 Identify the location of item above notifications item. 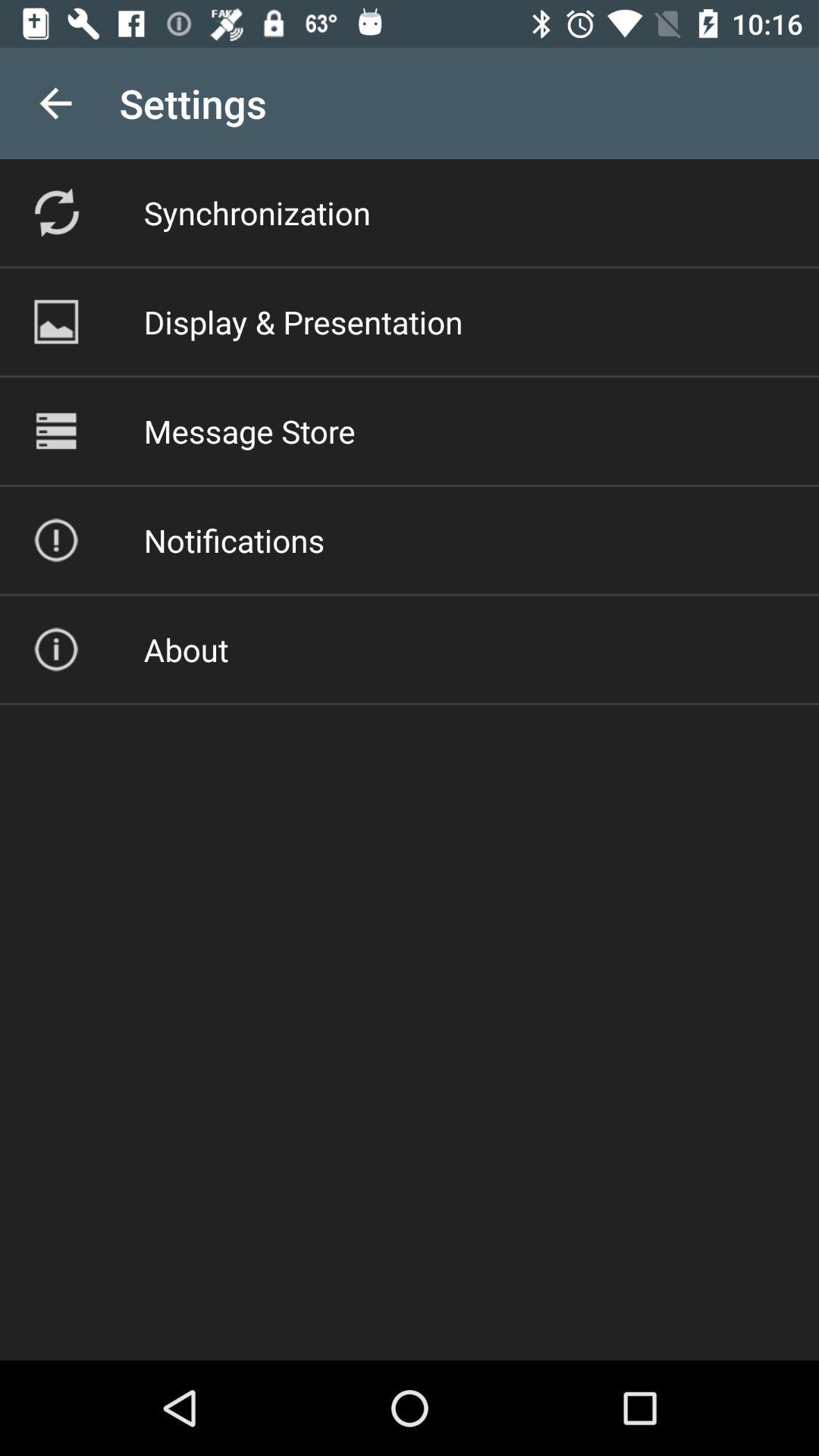
(249, 430).